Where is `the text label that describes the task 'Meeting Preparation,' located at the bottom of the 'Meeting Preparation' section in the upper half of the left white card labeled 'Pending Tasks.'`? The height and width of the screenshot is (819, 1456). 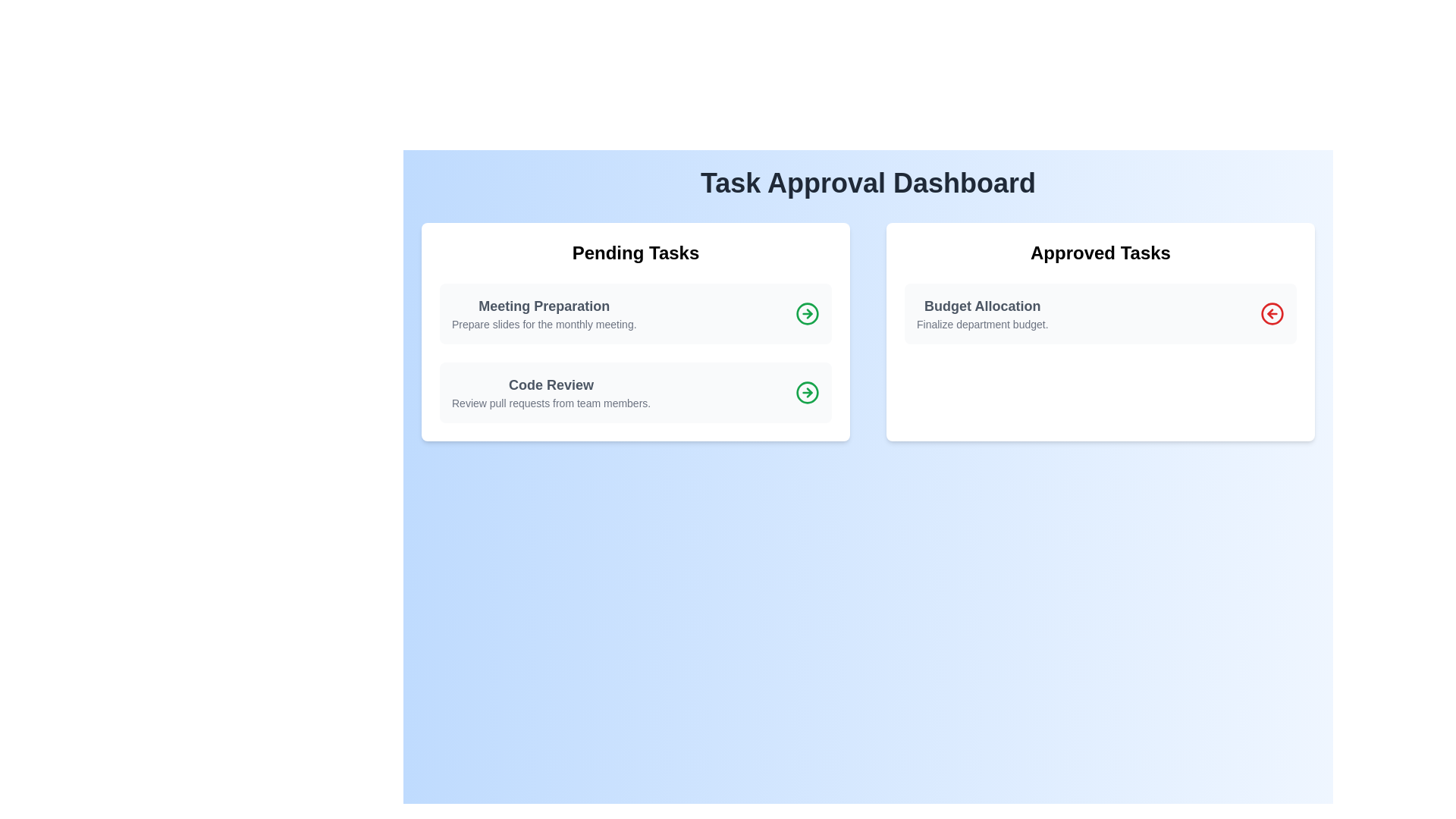
the text label that describes the task 'Meeting Preparation,' located at the bottom of the 'Meeting Preparation' section in the upper half of the left white card labeled 'Pending Tasks.' is located at coordinates (544, 324).